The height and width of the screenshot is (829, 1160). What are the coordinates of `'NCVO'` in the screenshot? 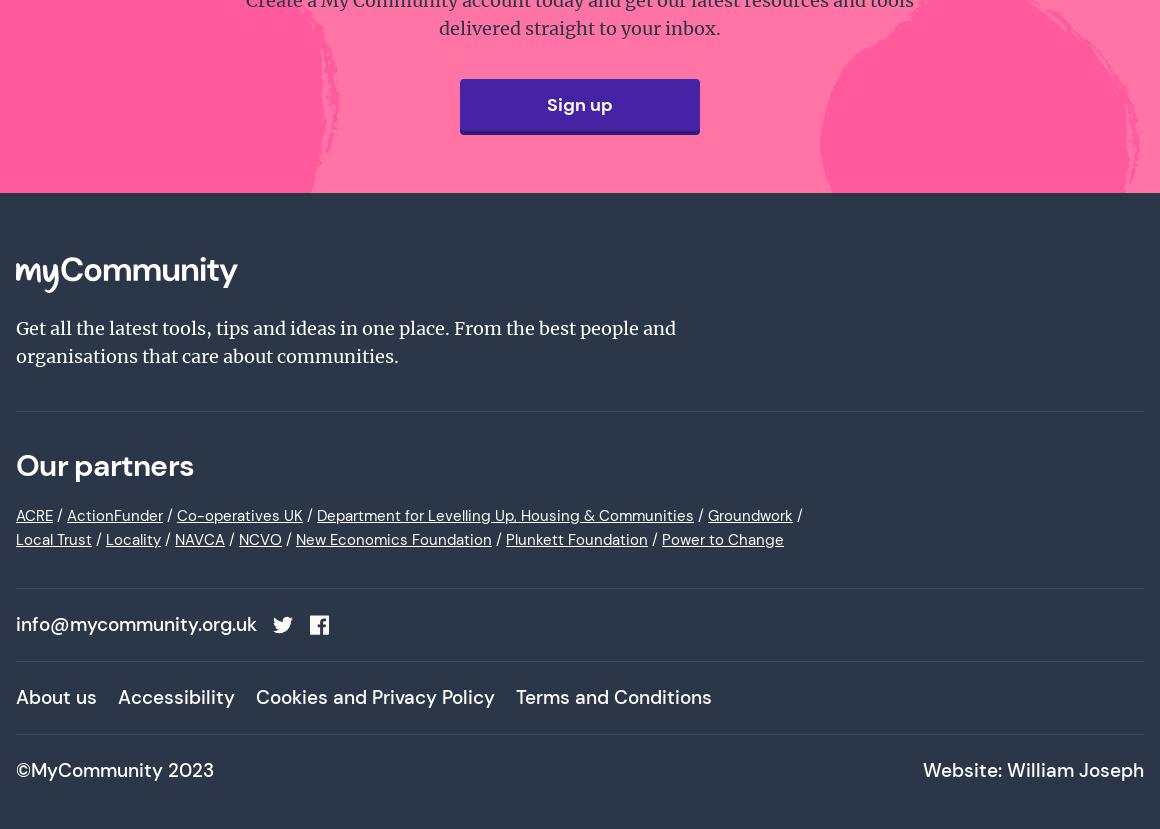 It's located at (260, 540).